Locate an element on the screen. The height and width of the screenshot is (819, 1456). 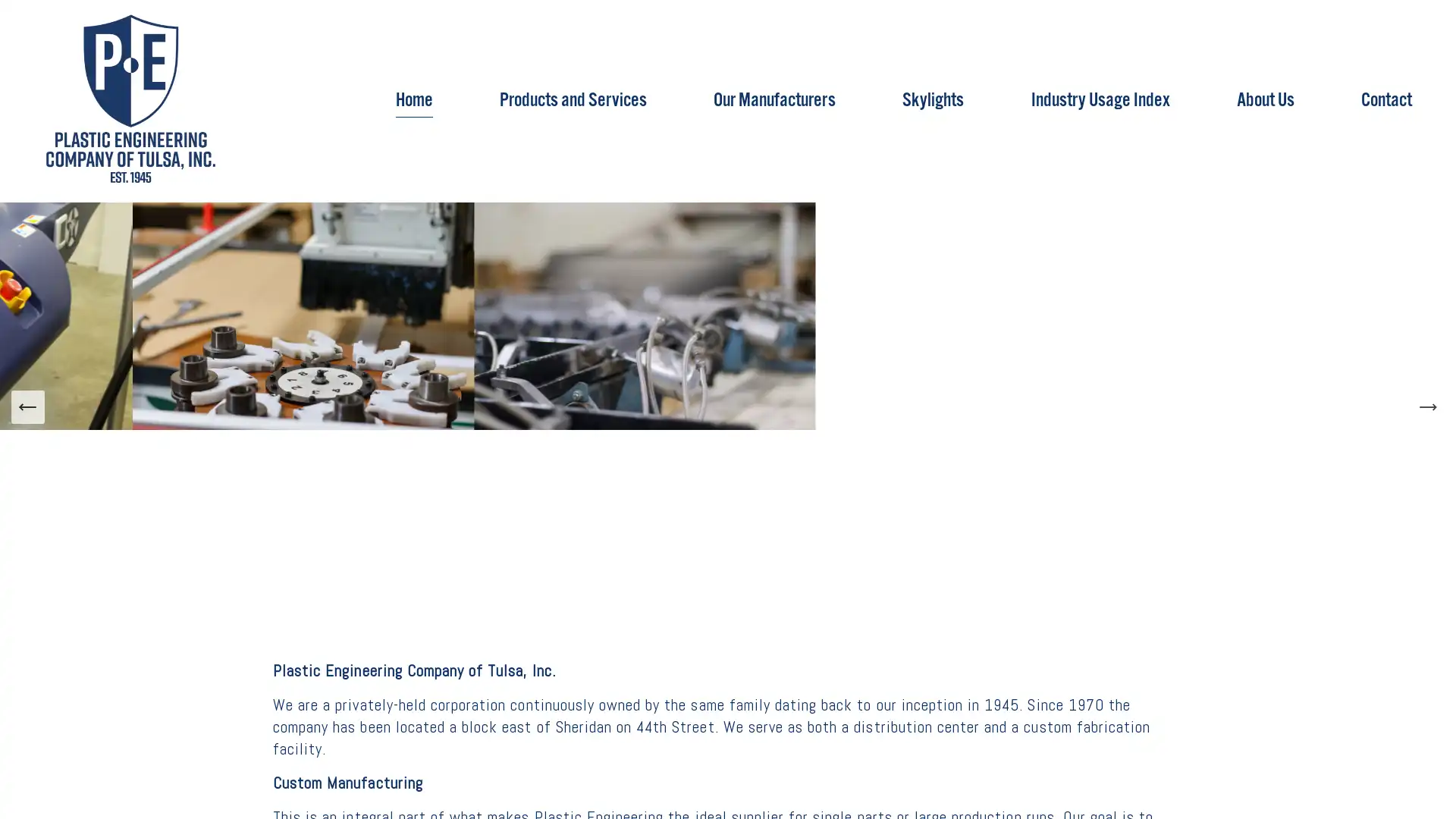
Previous Slide is located at coordinates (28, 406).